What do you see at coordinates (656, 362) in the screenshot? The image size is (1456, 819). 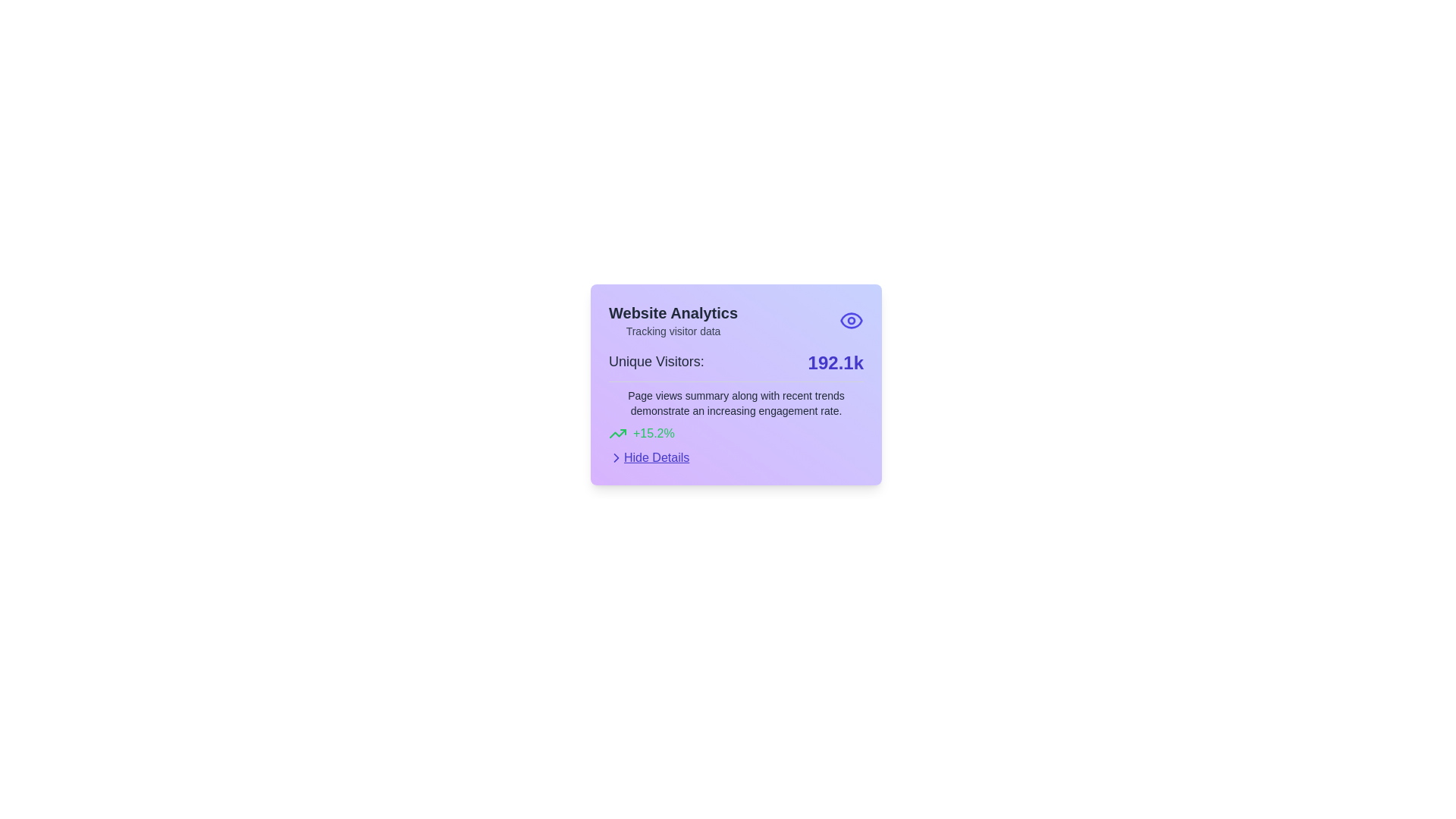 I see `the label indicating the count of unique visitors, which is positioned to the left of the numerical value '192.1k' within the 'Website Analytics' card` at bounding box center [656, 362].